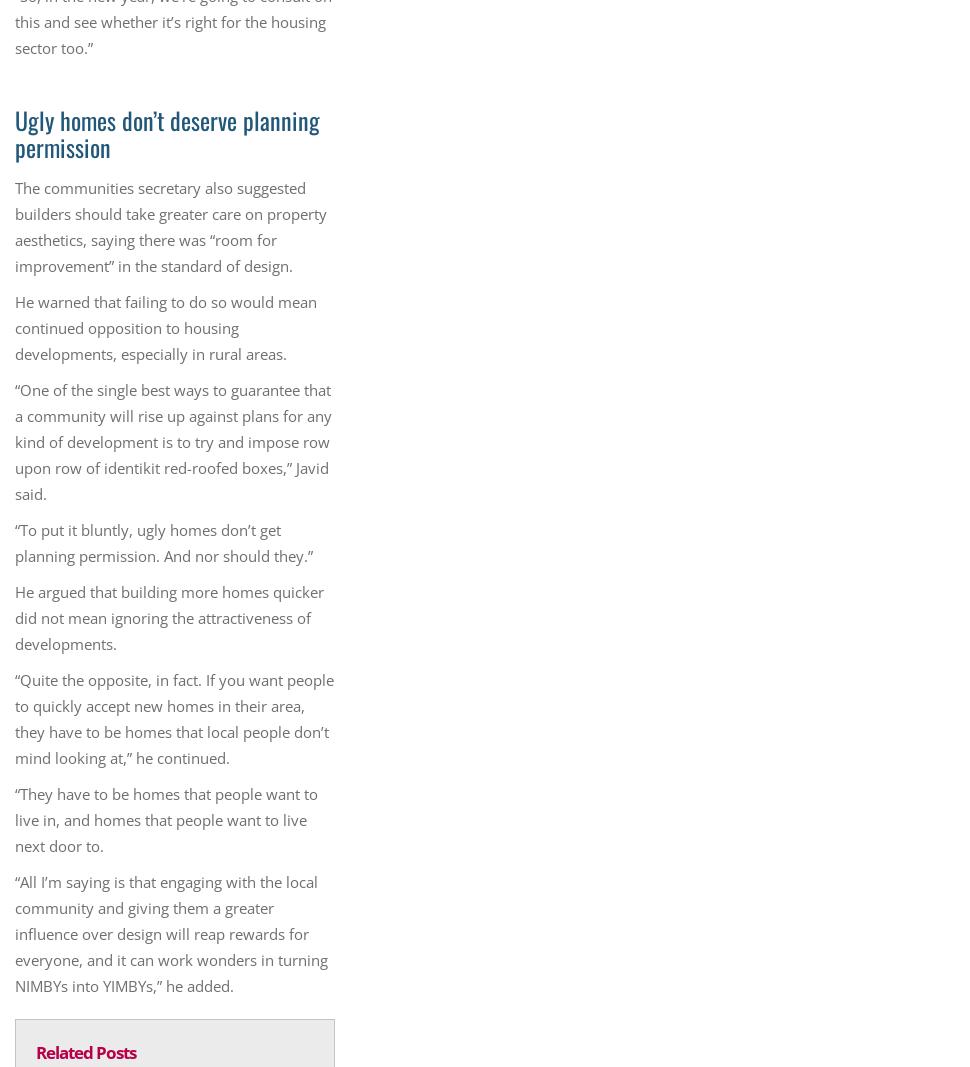 Image resolution: width=970 pixels, height=1067 pixels. Describe the element at coordinates (164, 327) in the screenshot. I see `'He warned that failing to do so would mean continued opposition to housing developments, especially in rural areas.'` at that location.